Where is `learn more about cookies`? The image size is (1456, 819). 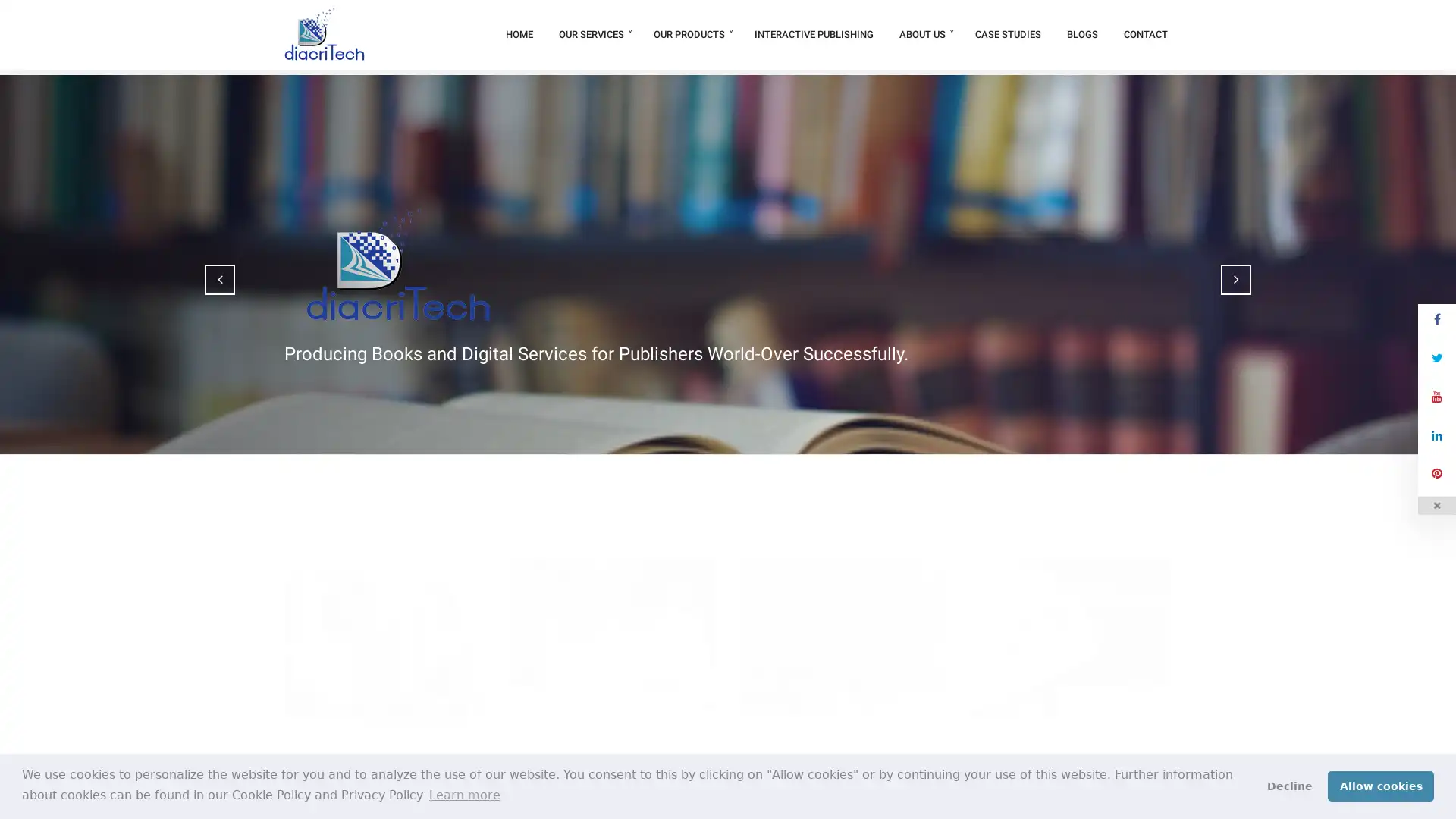
learn more about cookies is located at coordinates (463, 794).